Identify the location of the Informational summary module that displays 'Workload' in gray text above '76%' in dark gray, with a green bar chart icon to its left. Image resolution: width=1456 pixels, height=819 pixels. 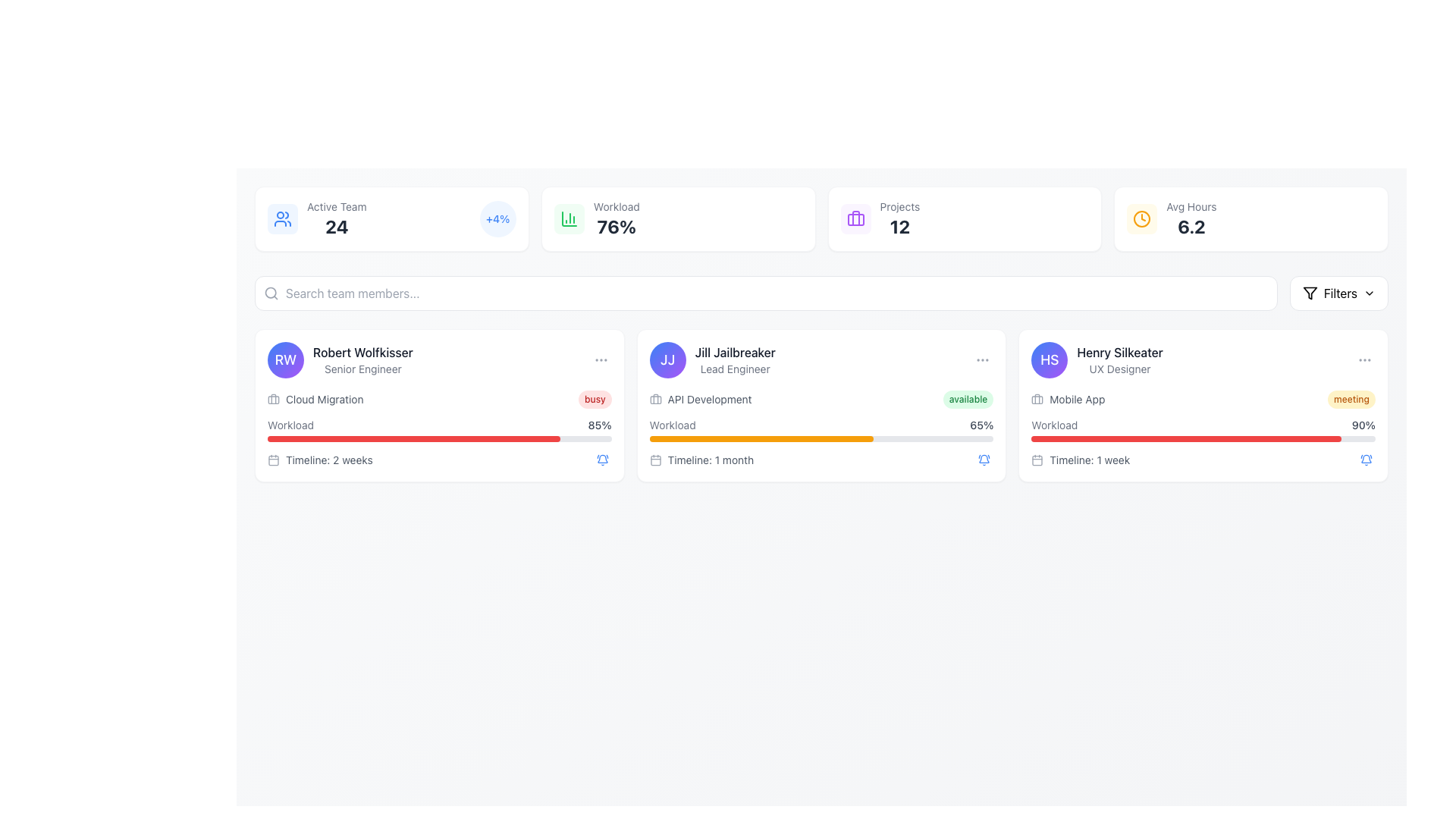
(596, 219).